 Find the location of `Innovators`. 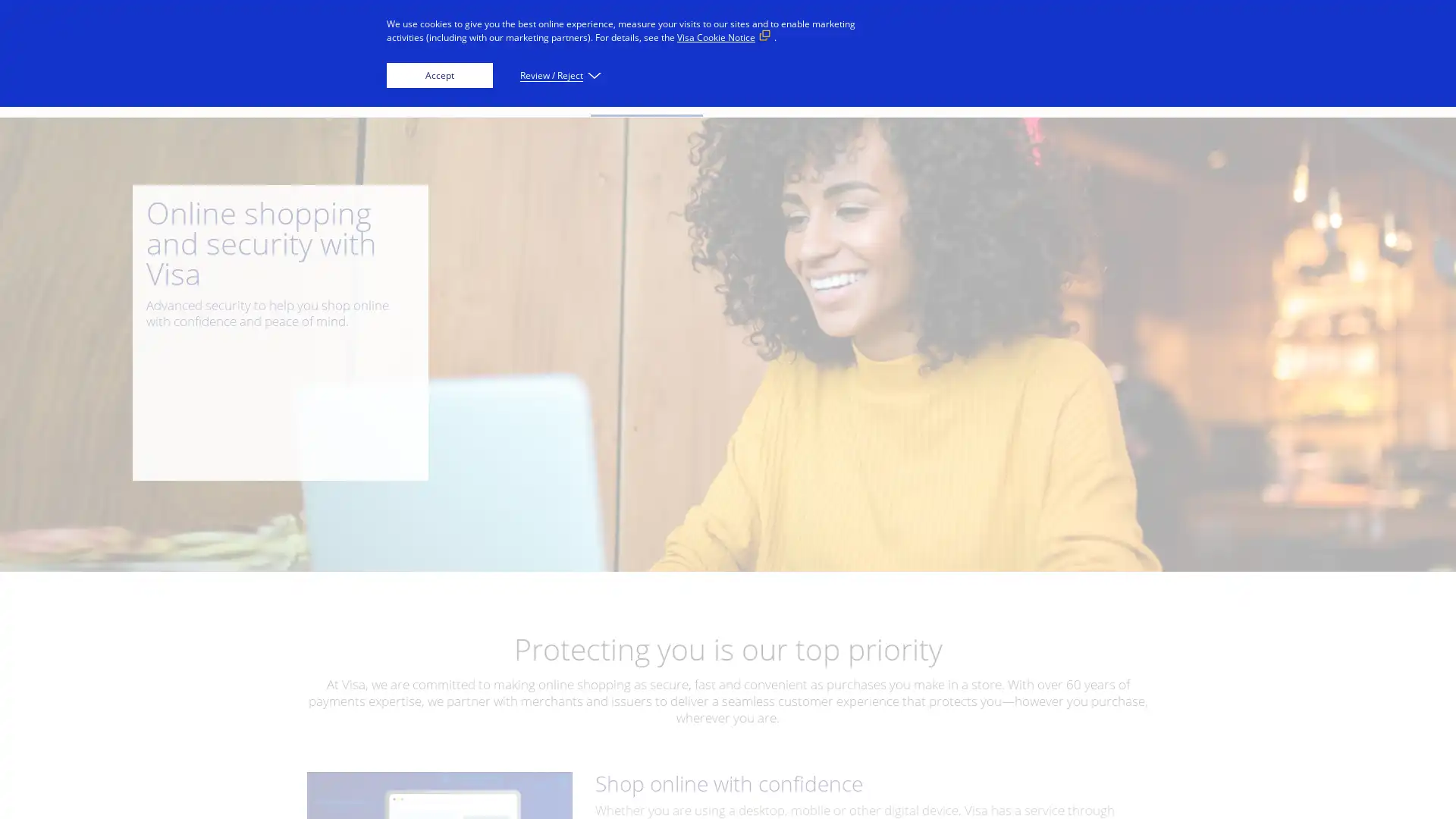

Innovators is located at coordinates (824, 40).